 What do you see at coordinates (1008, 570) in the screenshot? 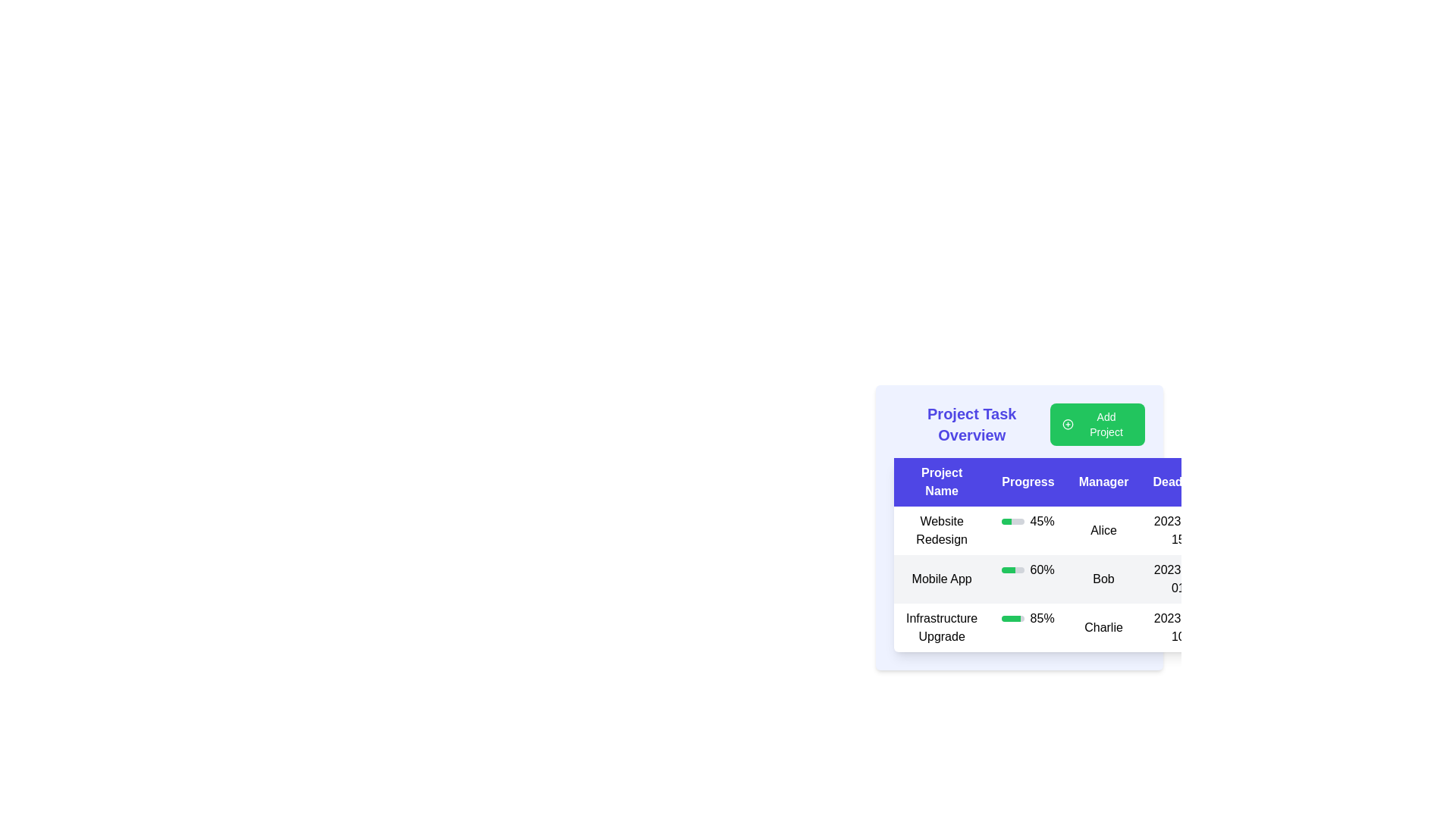
I see `the progress bar indicating 60% completion for the Mobile App project, located in the second row of the Progress column` at bounding box center [1008, 570].